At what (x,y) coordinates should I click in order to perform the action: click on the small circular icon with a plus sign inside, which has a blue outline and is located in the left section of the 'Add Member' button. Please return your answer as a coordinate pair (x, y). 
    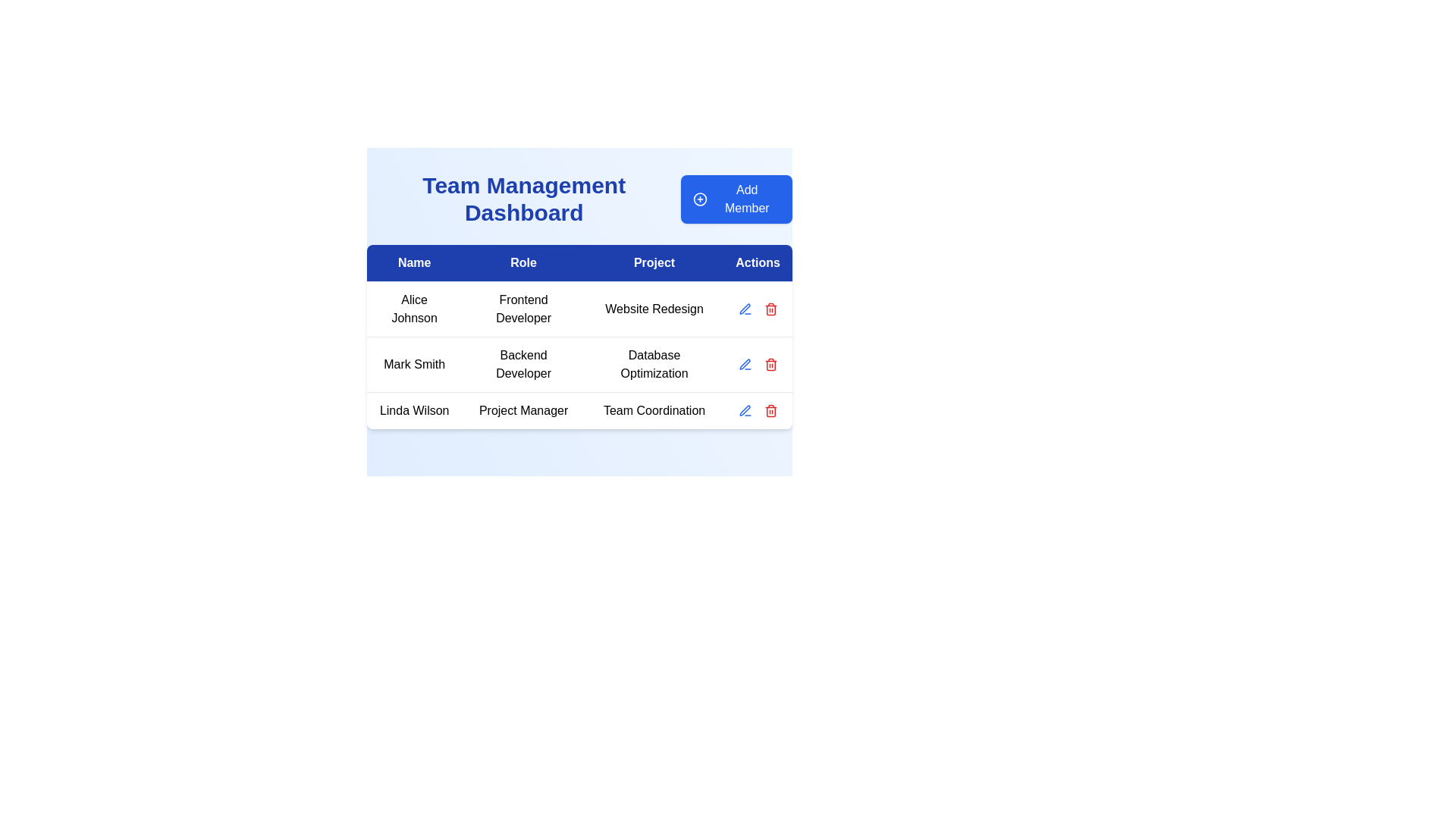
    Looking at the image, I should click on (700, 198).